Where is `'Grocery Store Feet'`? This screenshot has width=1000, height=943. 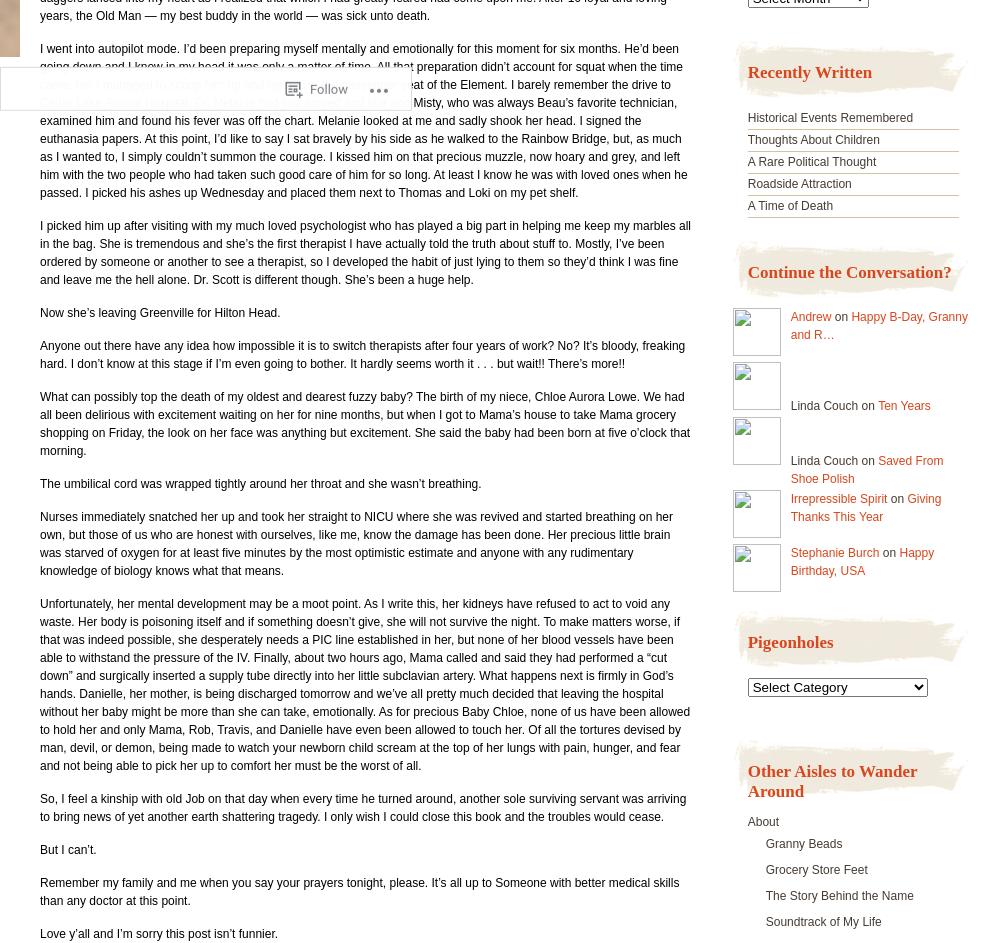 'Grocery Store Feet' is located at coordinates (815, 870).